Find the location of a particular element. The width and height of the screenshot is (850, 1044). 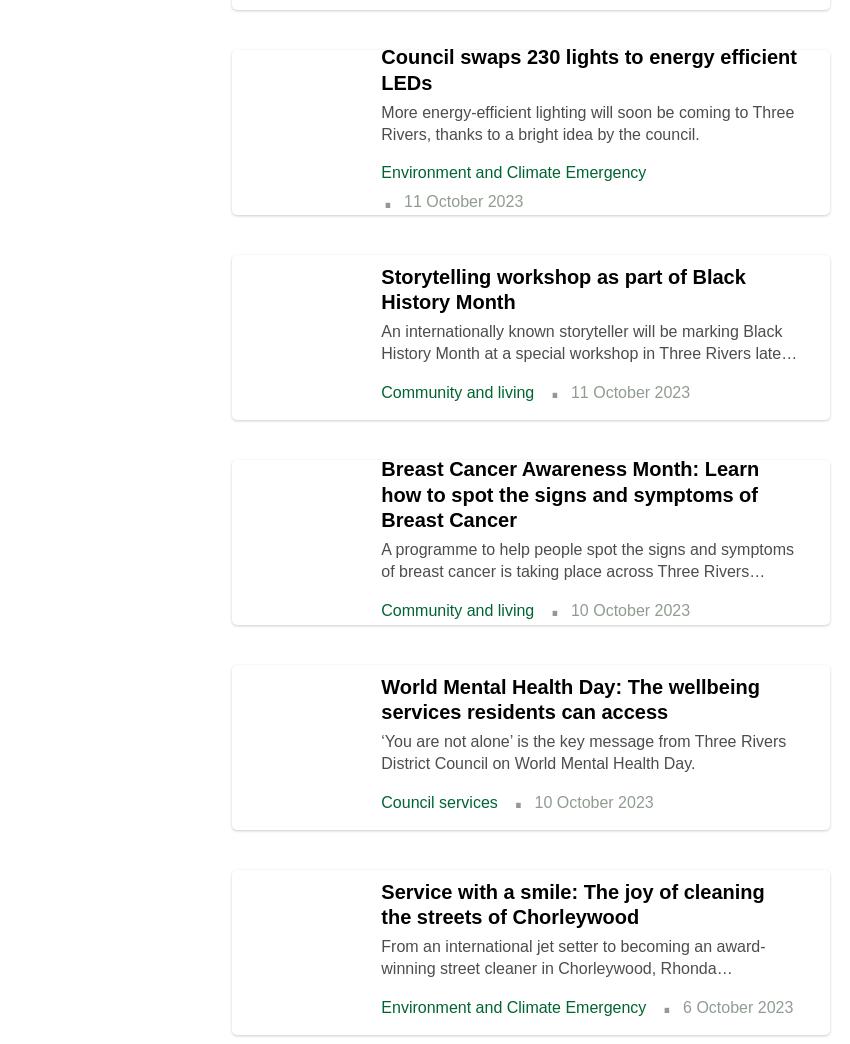

'An internationally known storyteller will be marking Black History Month at a special workshop in Three Rivers later this month.' is located at coordinates (379, 352).